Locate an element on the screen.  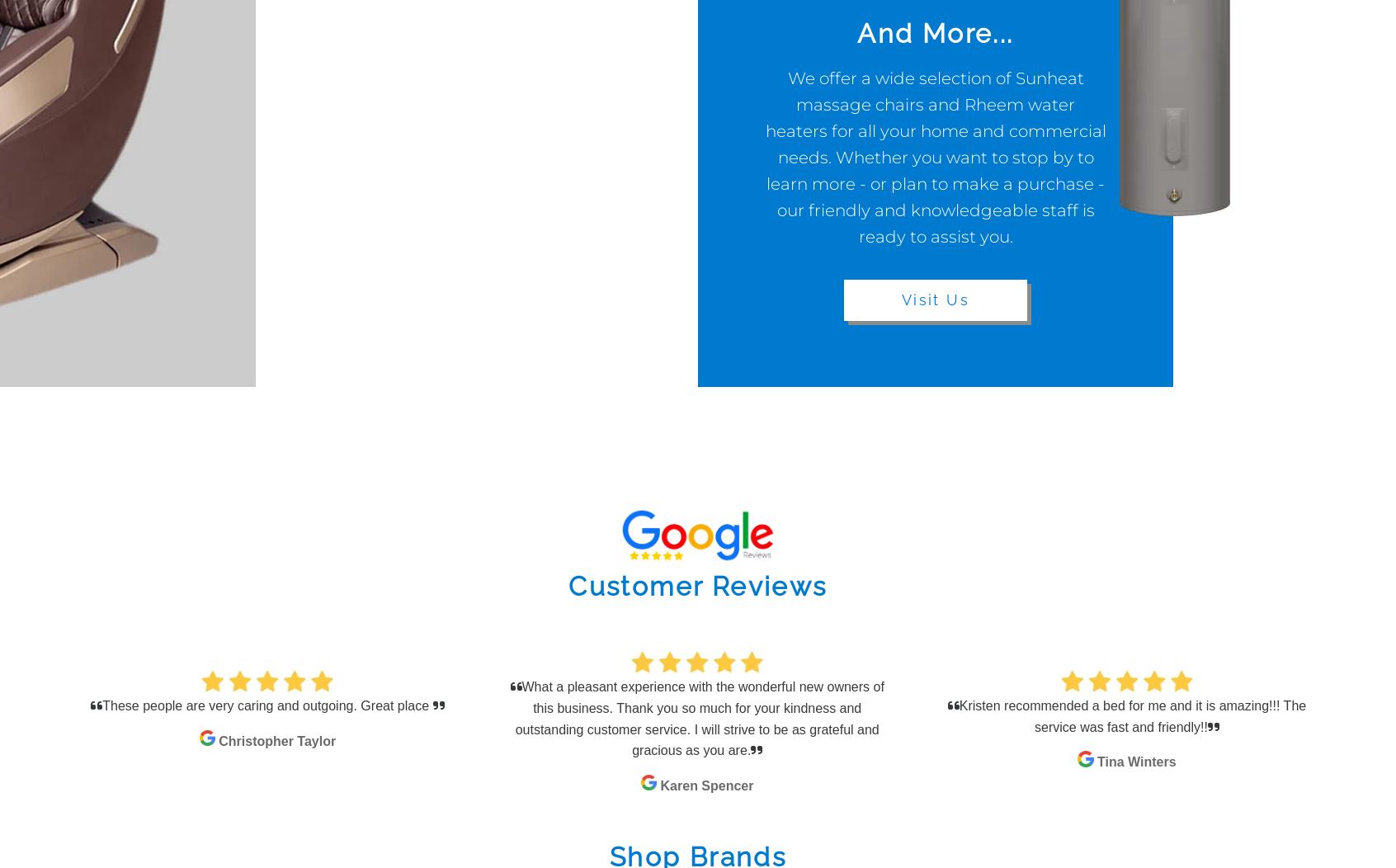
'Christopher Taylor' is located at coordinates (276, 741).